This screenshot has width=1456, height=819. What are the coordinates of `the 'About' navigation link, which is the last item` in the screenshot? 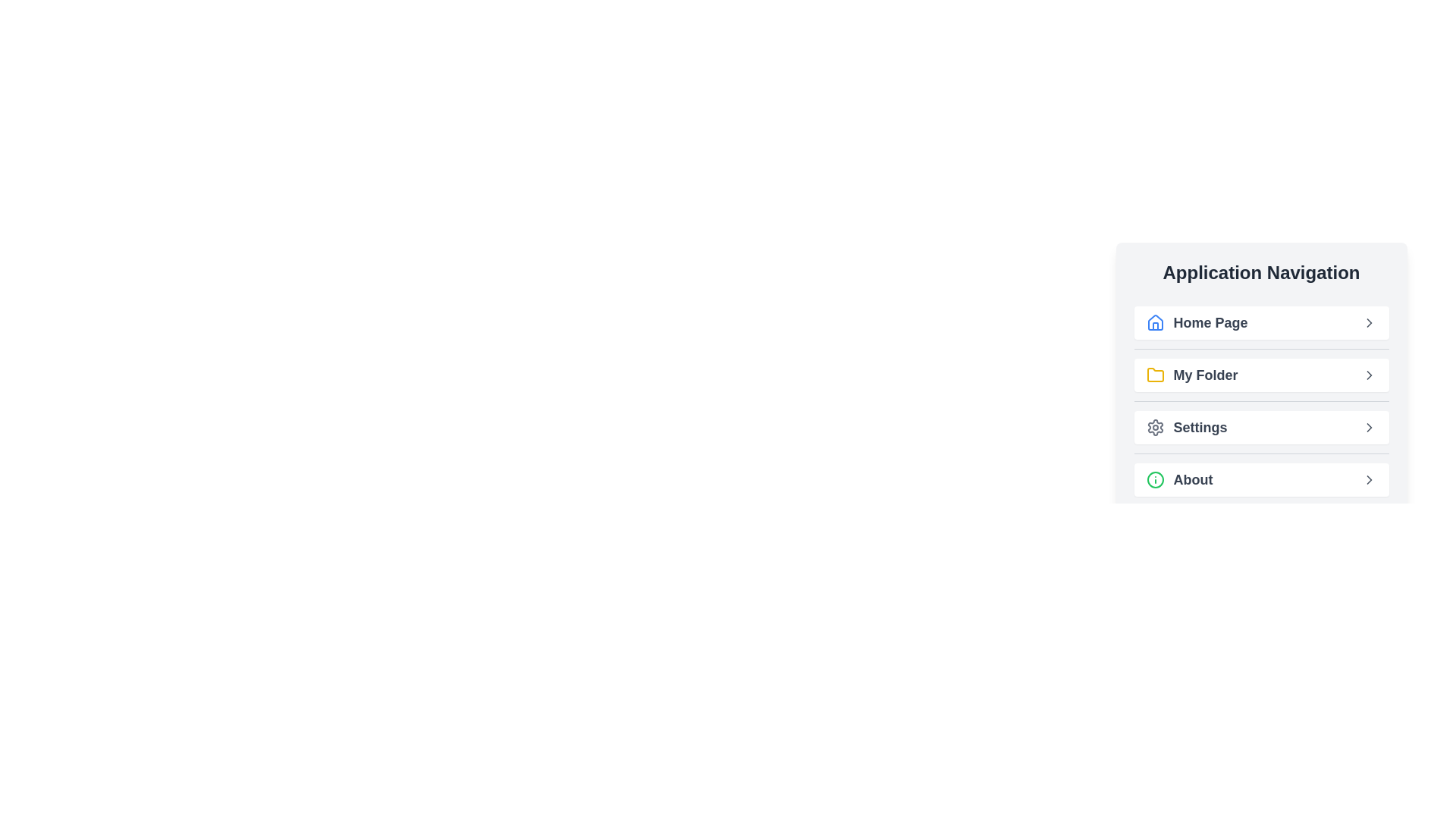 It's located at (1261, 479).